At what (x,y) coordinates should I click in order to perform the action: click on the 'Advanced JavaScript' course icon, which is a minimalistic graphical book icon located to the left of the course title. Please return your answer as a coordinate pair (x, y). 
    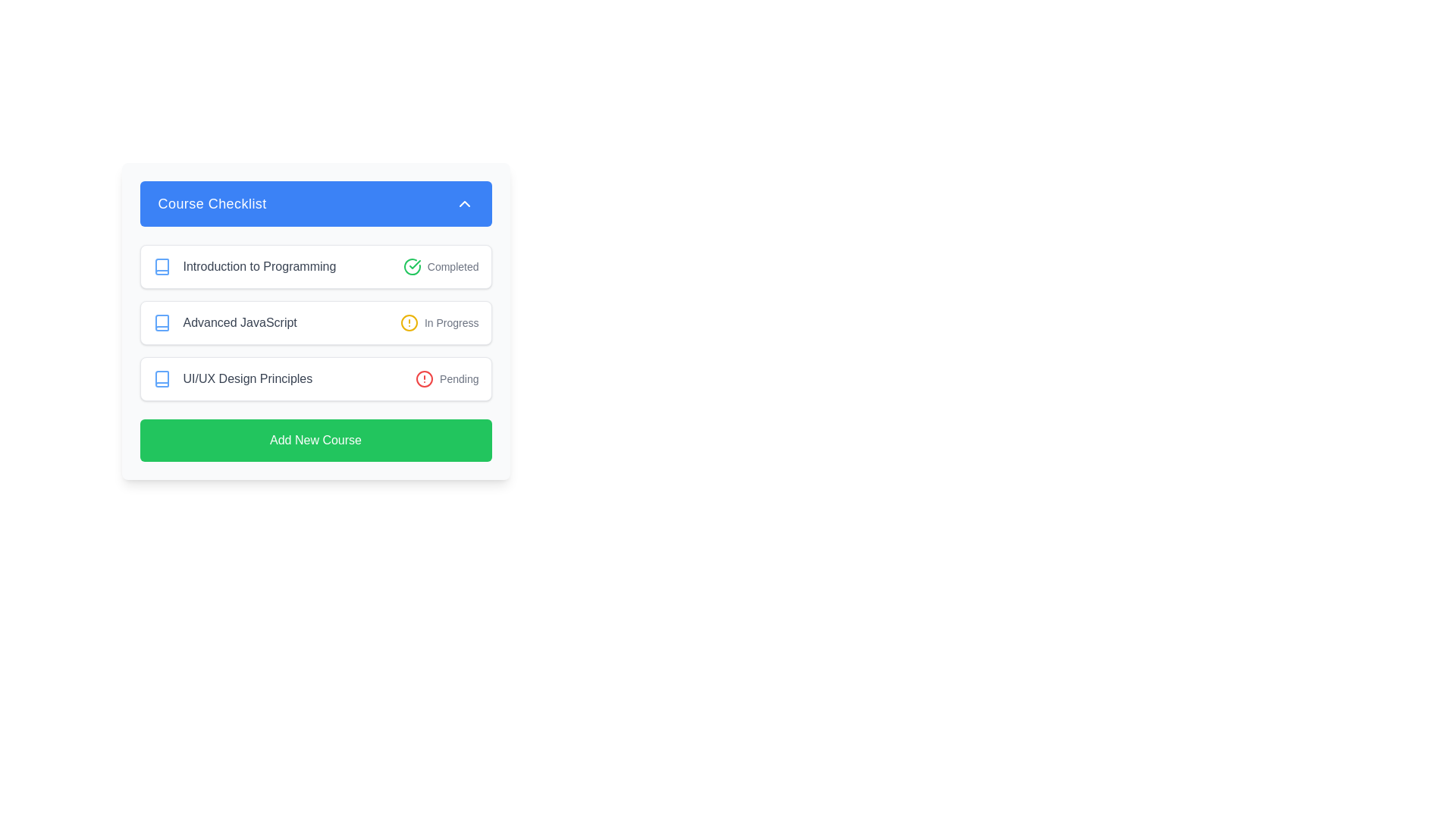
    Looking at the image, I should click on (162, 322).